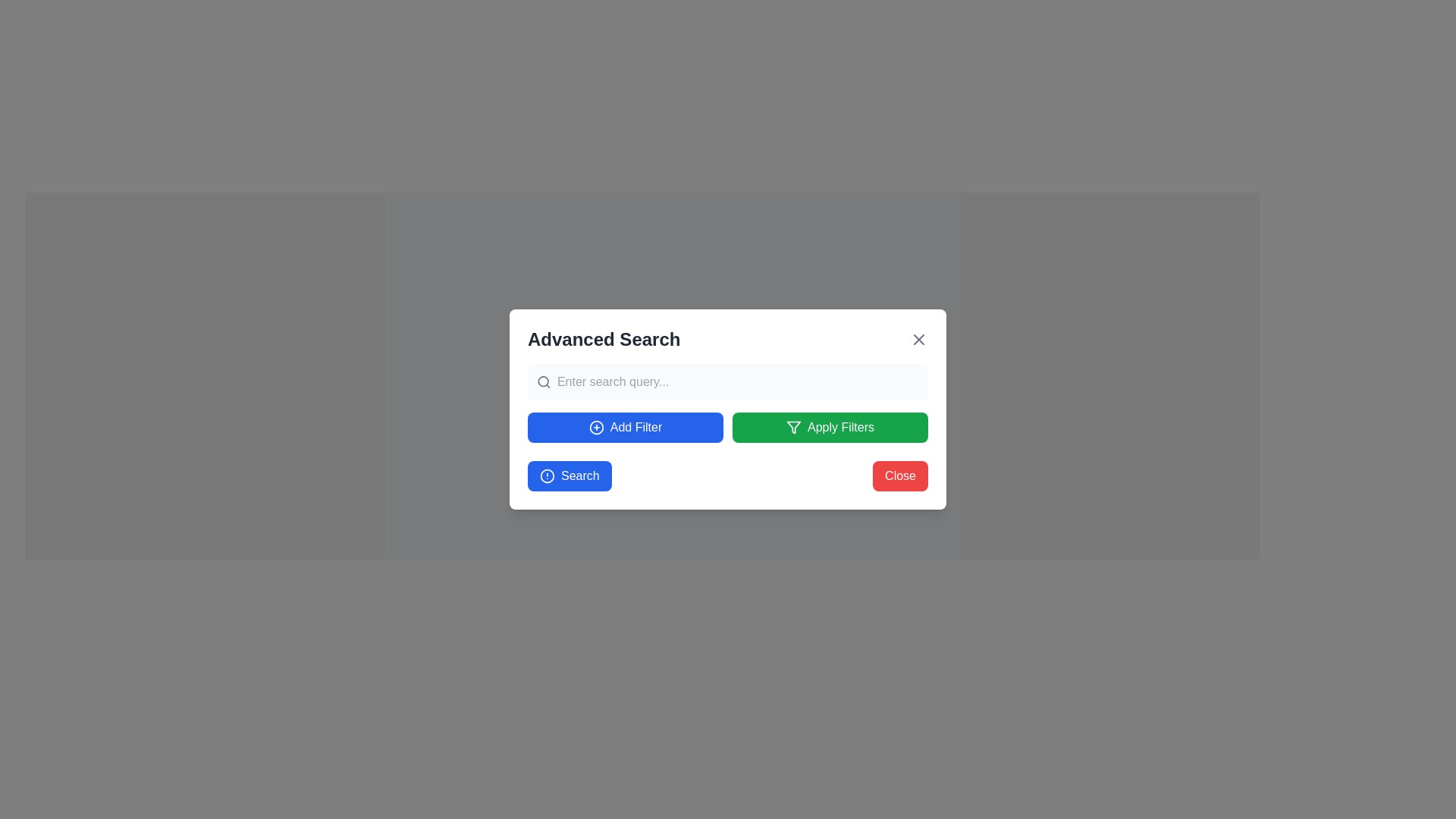 This screenshot has width=1456, height=819. I want to click on the SVG Icon representing the filter functionality within the 'Apply Filters' button, located on the left side next to the text label, so click(792, 427).